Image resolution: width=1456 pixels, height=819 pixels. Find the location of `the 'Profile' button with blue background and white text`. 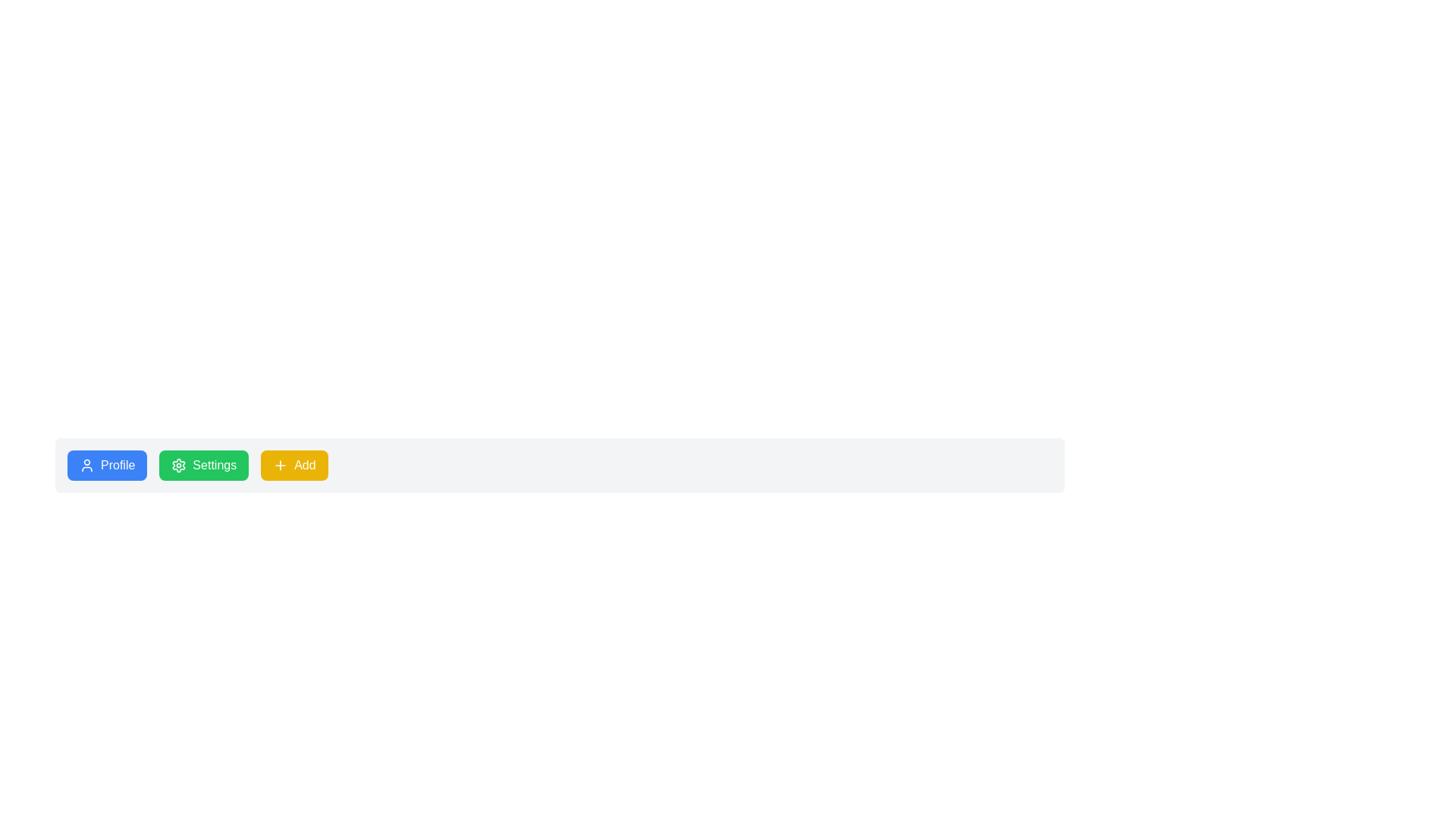

the 'Profile' button with blue background and white text is located at coordinates (106, 464).